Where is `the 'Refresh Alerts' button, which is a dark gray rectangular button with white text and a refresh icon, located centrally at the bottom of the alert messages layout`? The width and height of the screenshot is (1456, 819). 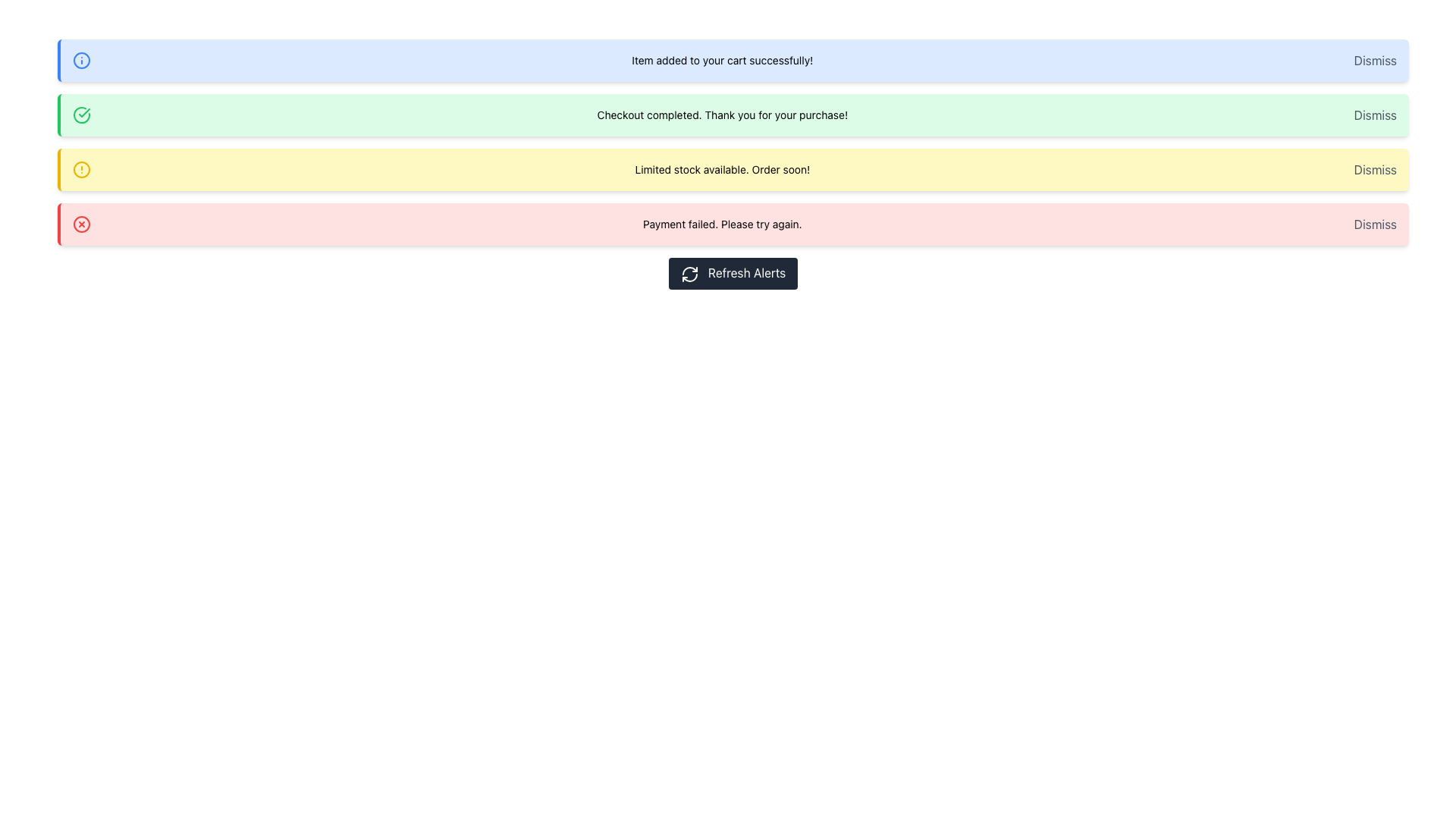 the 'Refresh Alerts' button, which is a dark gray rectangular button with white text and a refresh icon, located centrally at the bottom of the alert messages layout is located at coordinates (733, 271).